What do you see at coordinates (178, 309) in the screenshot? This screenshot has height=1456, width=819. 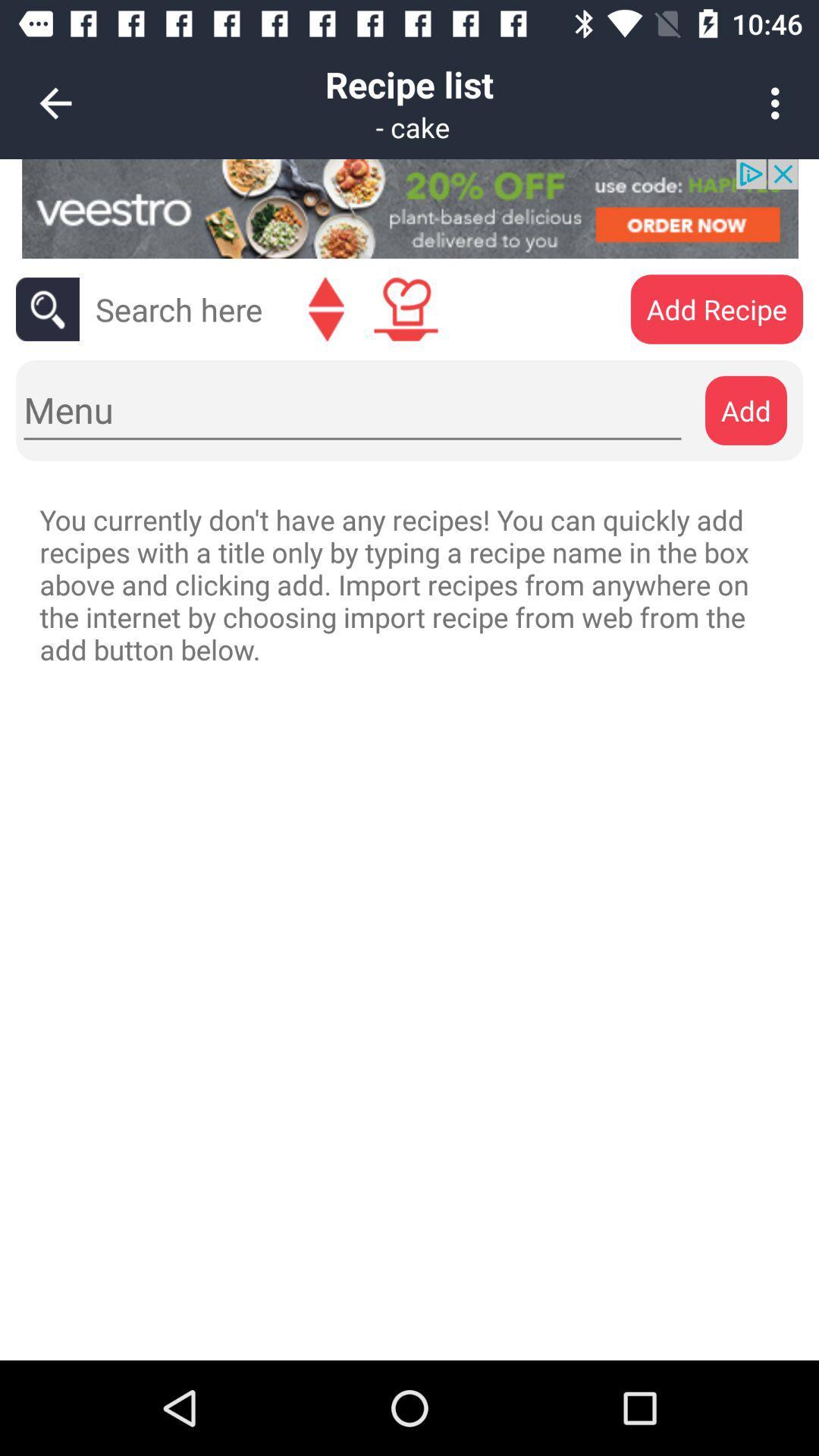 I see `search the recipe` at bounding box center [178, 309].